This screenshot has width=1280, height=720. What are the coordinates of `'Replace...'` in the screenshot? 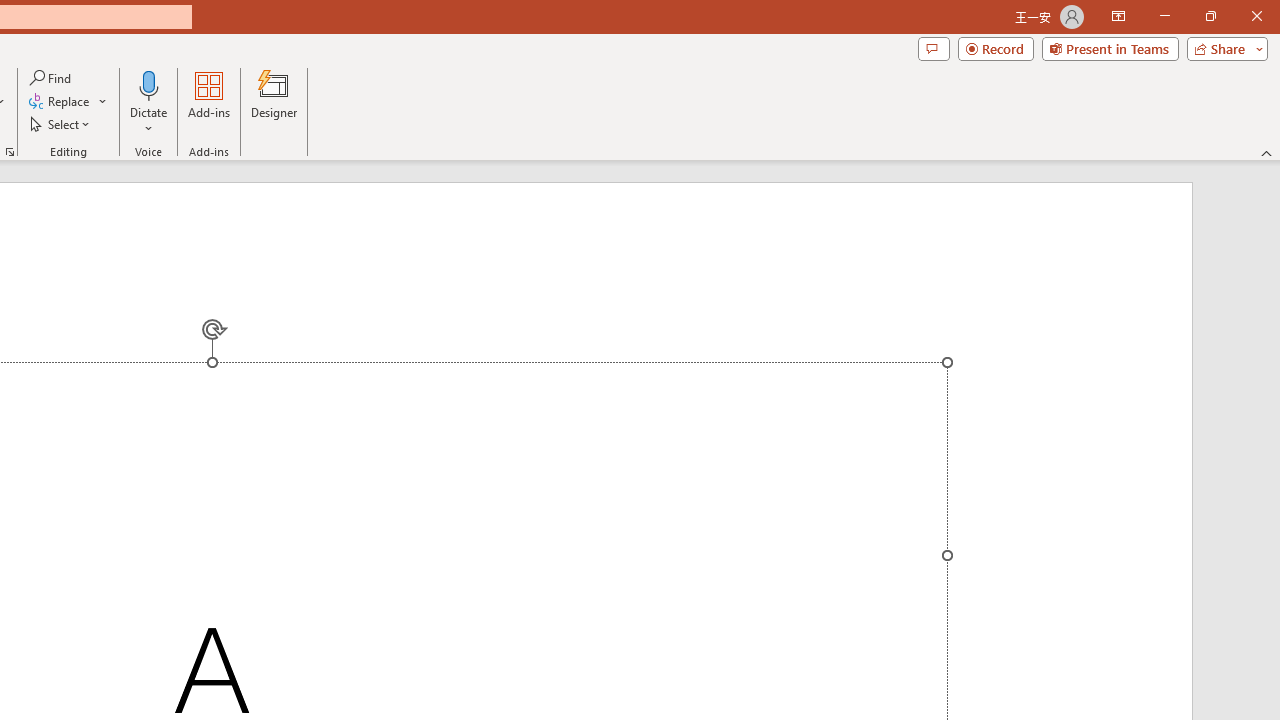 It's located at (69, 101).